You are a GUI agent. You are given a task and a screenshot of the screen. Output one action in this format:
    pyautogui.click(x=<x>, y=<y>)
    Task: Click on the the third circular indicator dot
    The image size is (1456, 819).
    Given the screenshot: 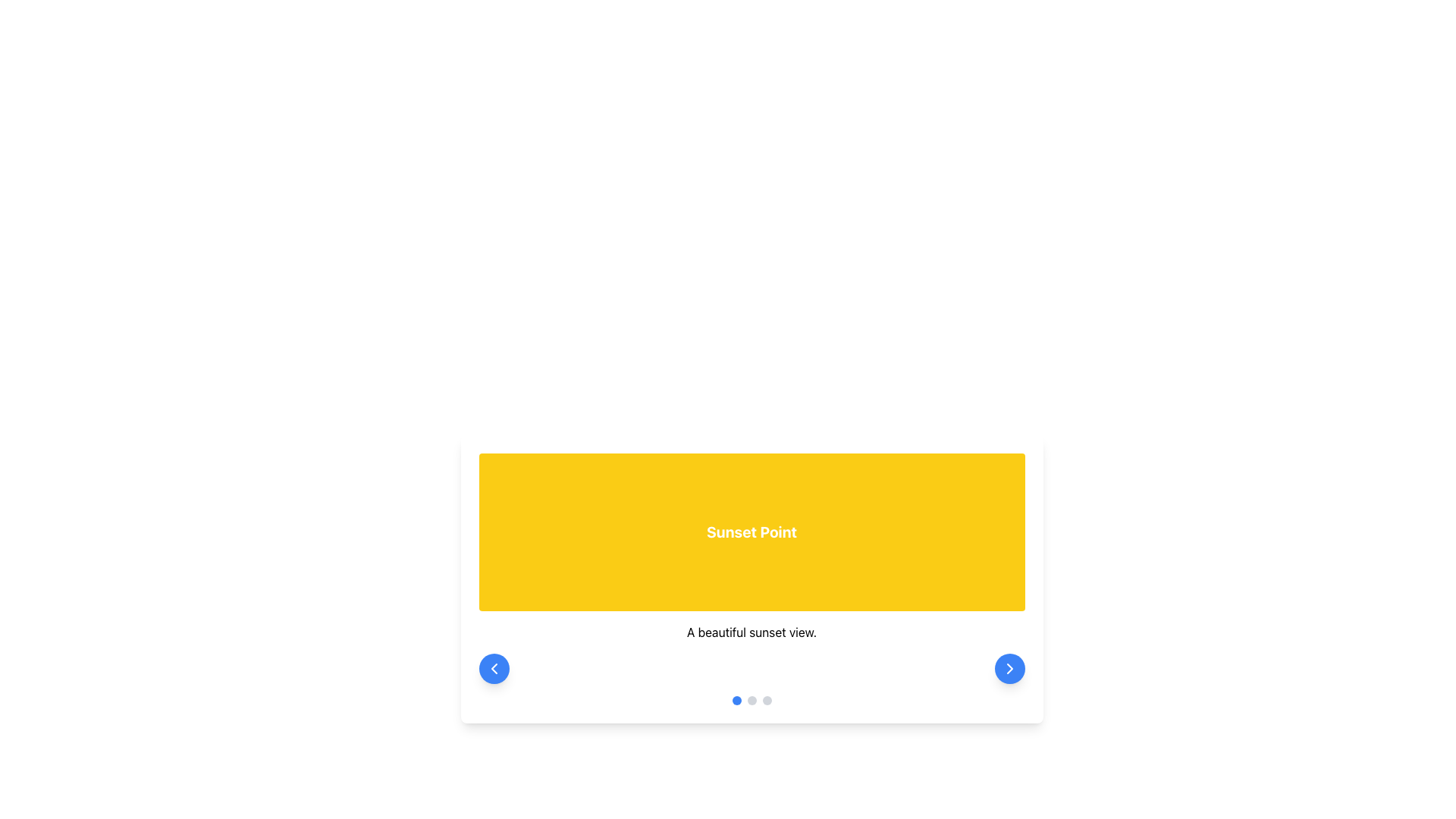 What is the action you would take?
    pyautogui.click(x=767, y=701)
    